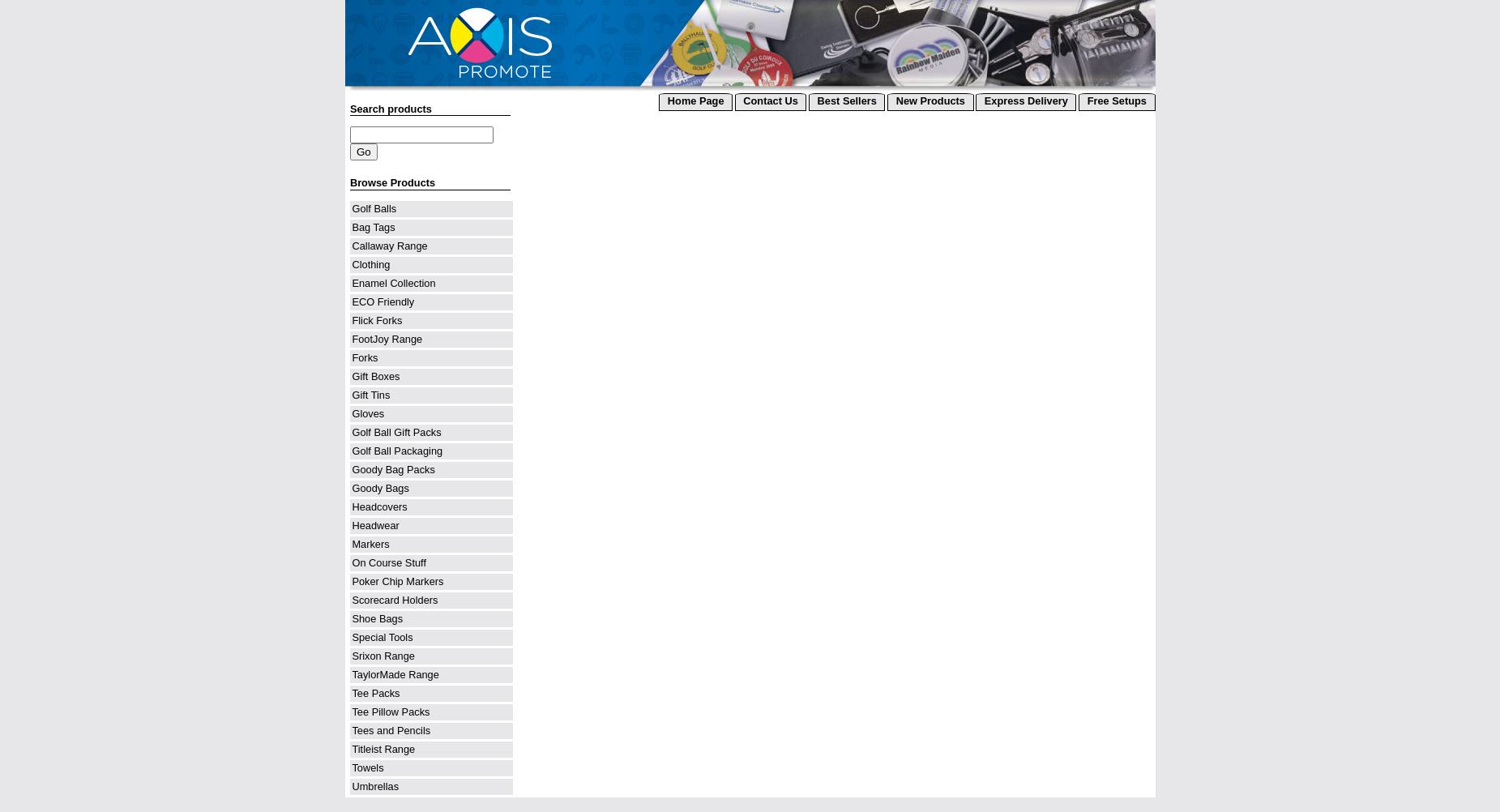 The height and width of the screenshot is (812, 1500). What do you see at coordinates (352, 712) in the screenshot?
I see `'Tee Pillow Packs'` at bounding box center [352, 712].